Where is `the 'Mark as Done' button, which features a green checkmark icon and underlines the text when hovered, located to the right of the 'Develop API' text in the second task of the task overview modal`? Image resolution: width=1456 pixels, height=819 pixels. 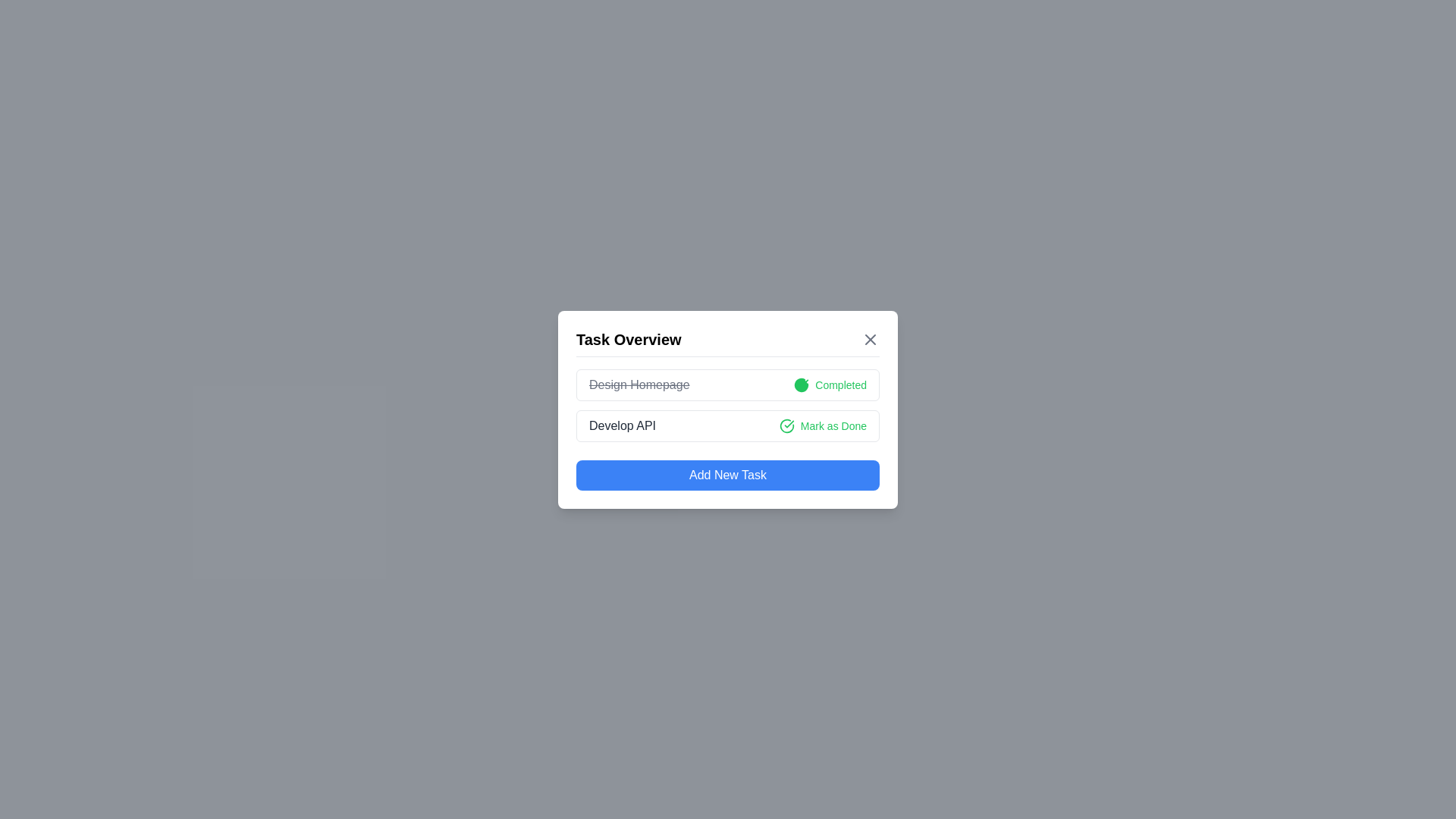
the 'Mark as Done' button, which features a green checkmark icon and underlines the text when hovered, located to the right of the 'Develop API' text in the second task of the task overview modal is located at coordinates (822, 425).